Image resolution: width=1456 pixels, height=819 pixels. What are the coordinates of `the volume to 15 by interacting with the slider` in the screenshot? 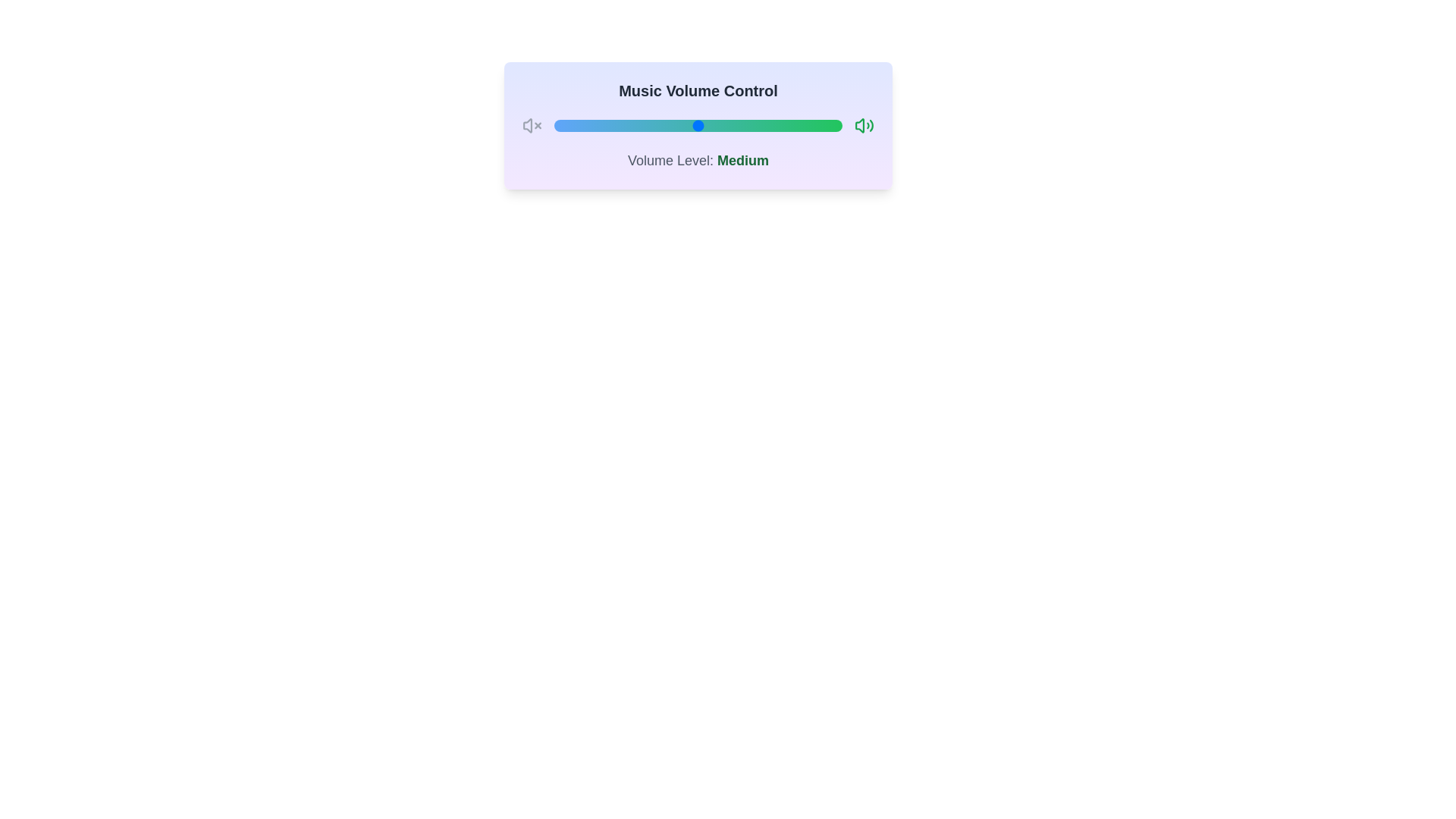 It's located at (597, 124).